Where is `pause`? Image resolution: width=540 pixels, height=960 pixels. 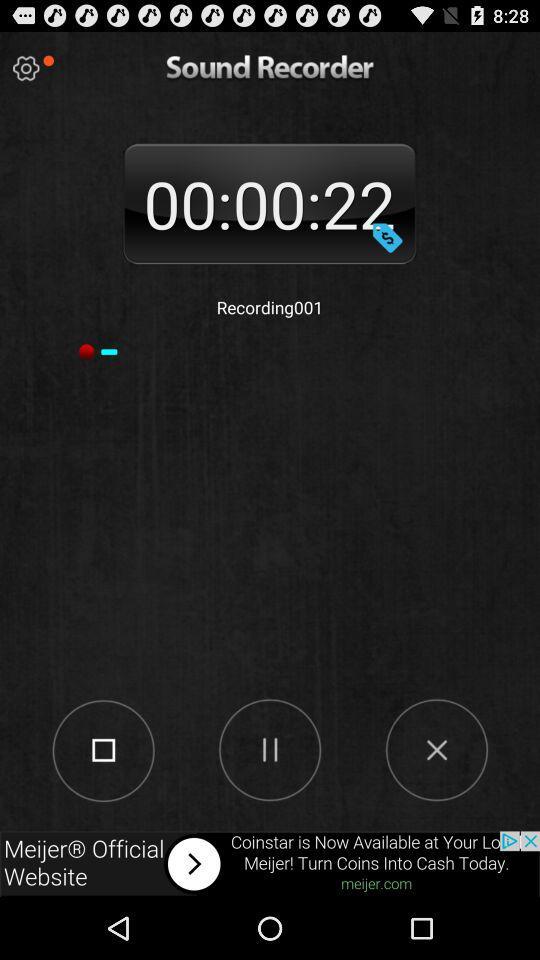
pause is located at coordinates (269, 748).